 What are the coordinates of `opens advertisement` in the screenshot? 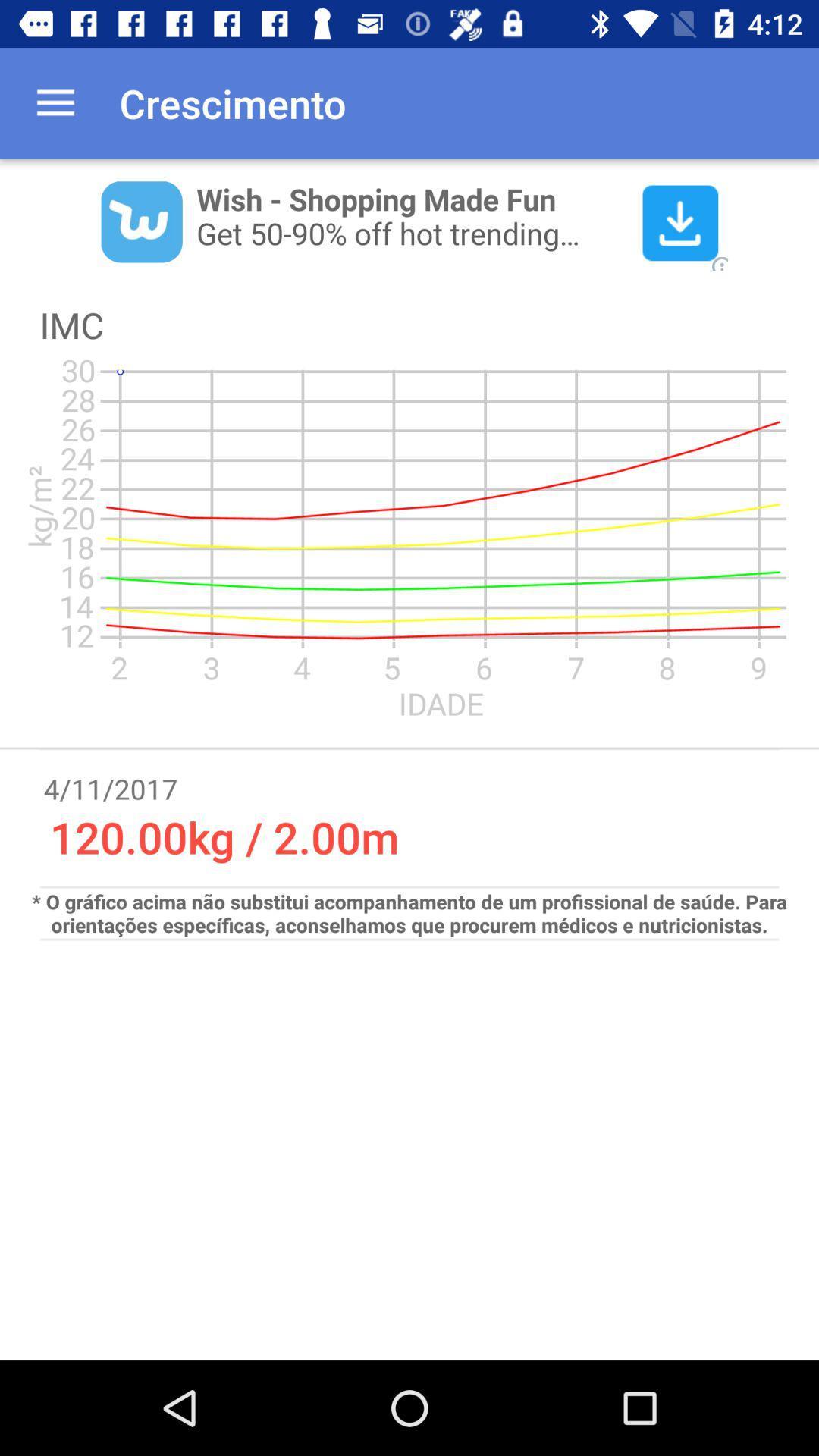 It's located at (409, 220).